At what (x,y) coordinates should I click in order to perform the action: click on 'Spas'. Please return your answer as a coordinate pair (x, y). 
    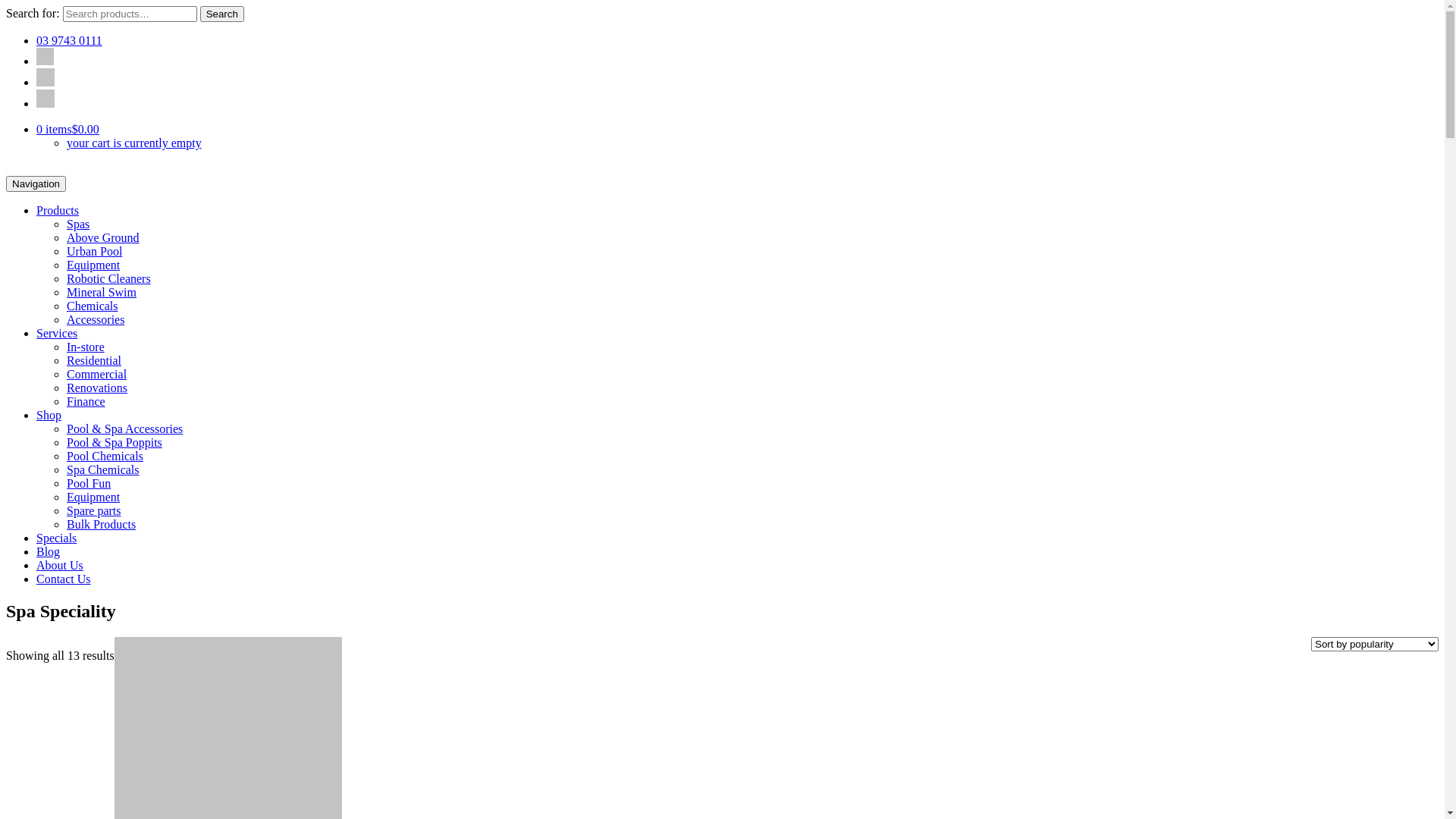
    Looking at the image, I should click on (77, 224).